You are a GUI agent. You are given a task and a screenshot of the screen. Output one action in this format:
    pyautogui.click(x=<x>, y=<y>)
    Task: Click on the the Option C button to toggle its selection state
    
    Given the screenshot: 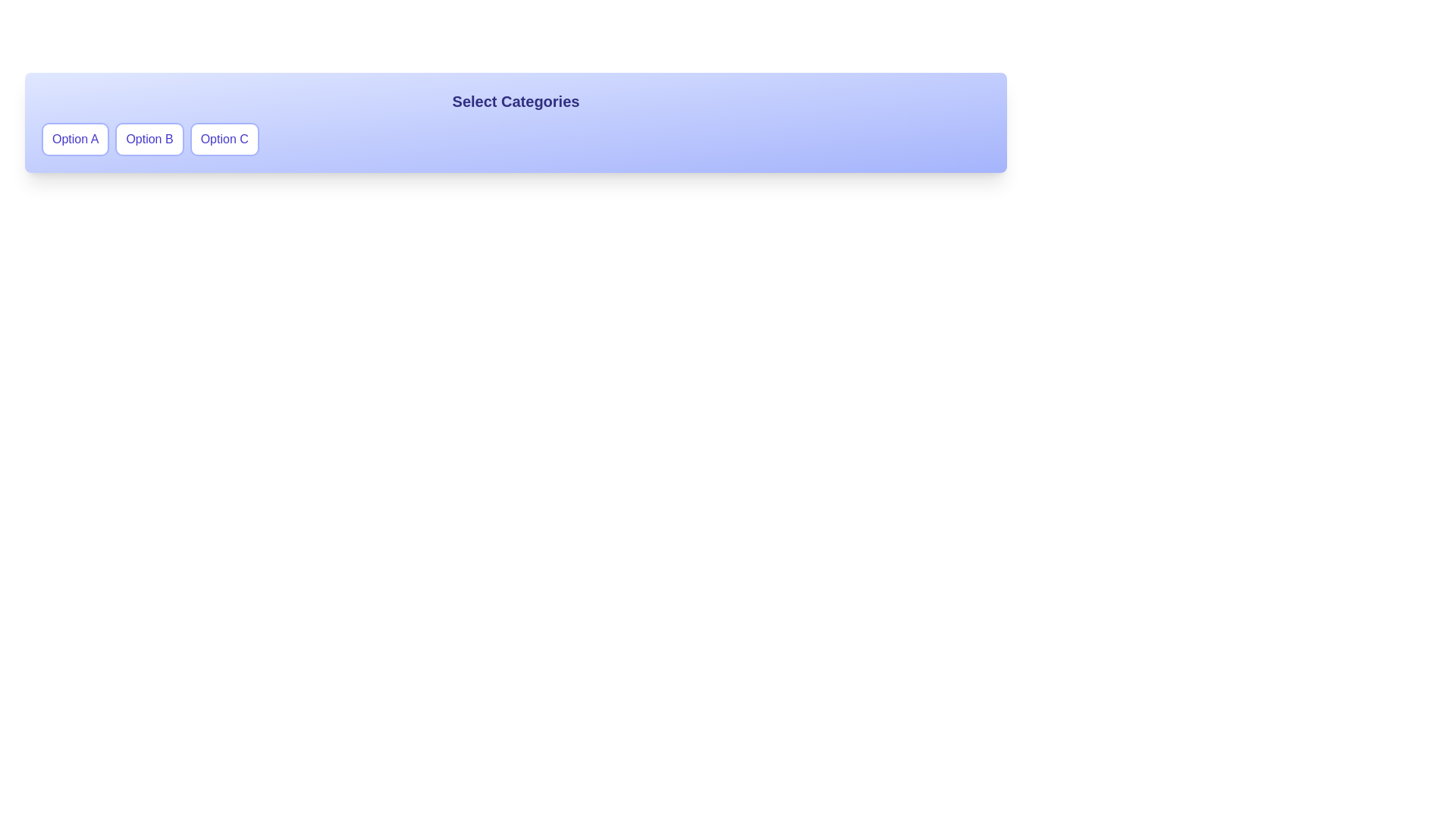 What is the action you would take?
    pyautogui.click(x=224, y=140)
    